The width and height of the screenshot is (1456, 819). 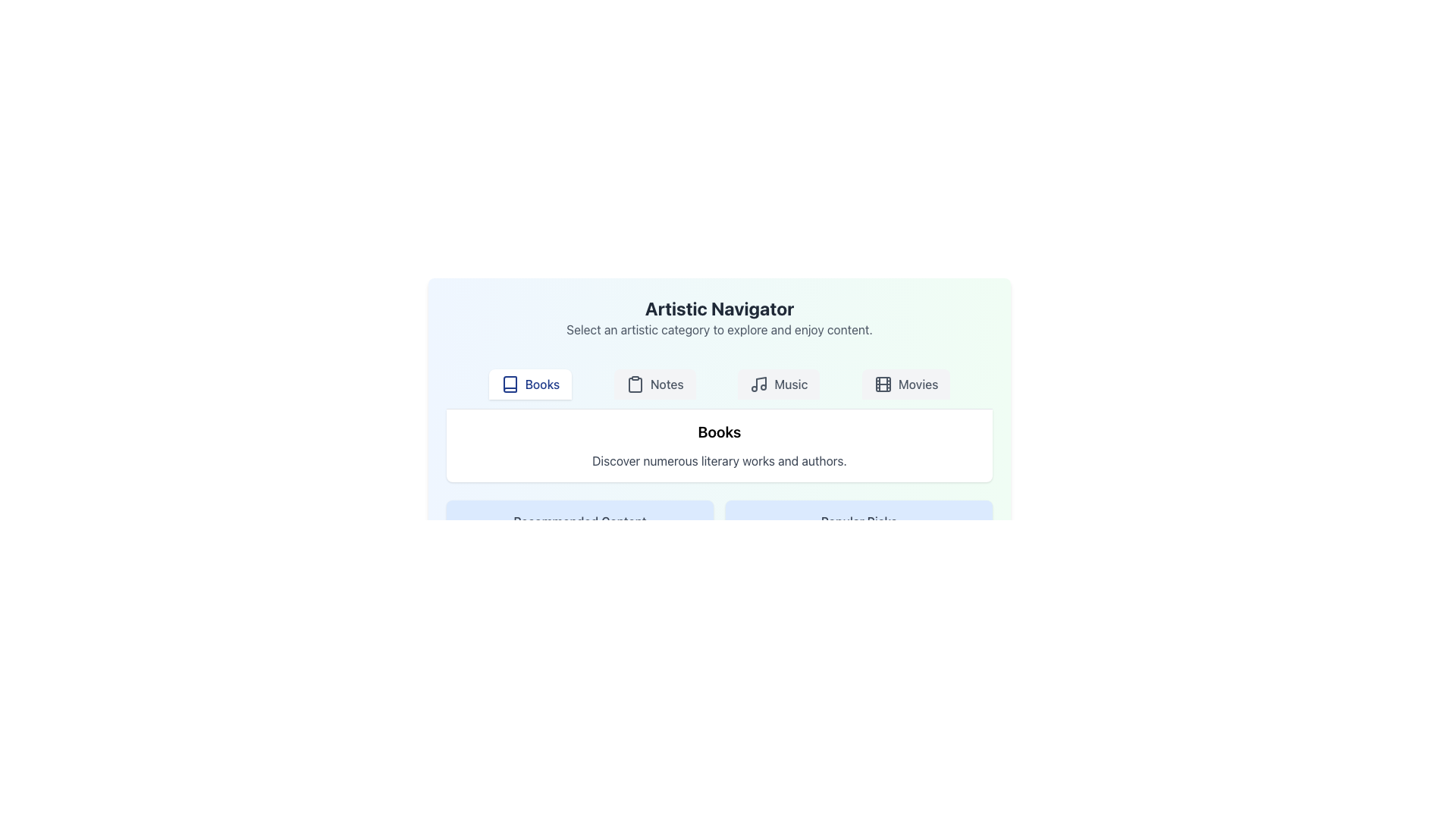 I want to click on the 'Notes' text label, which is displayed in medium, gray, sans-serif font, located to the right of a clipboard icon in the category selection area, so click(x=667, y=383).